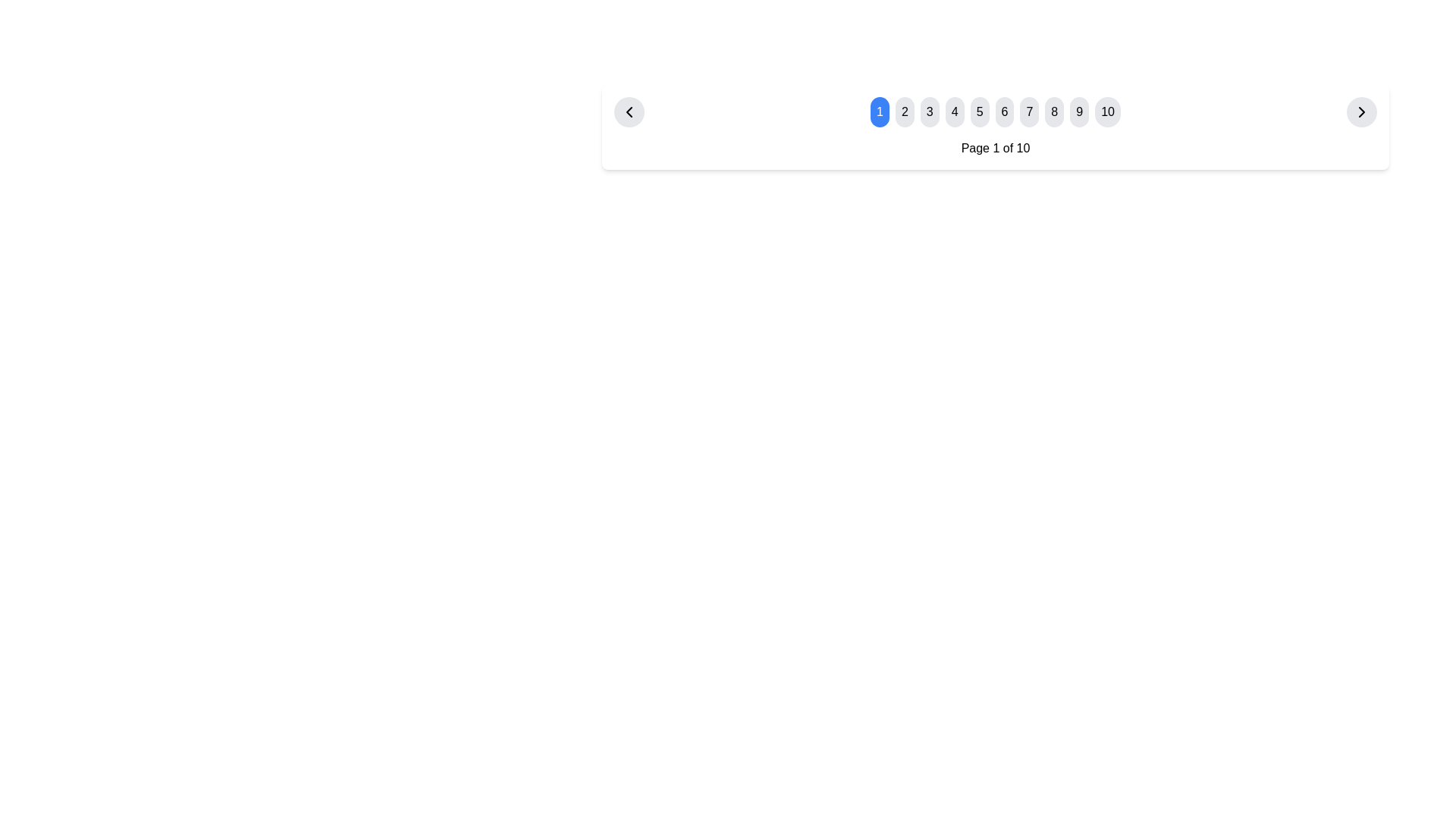 The image size is (1456, 819). What do you see at coordinates (1029, 111) in the screenshot?
I see `the rounded button labeled '7' in the pagination bar` at bounding box center [1029, 111].